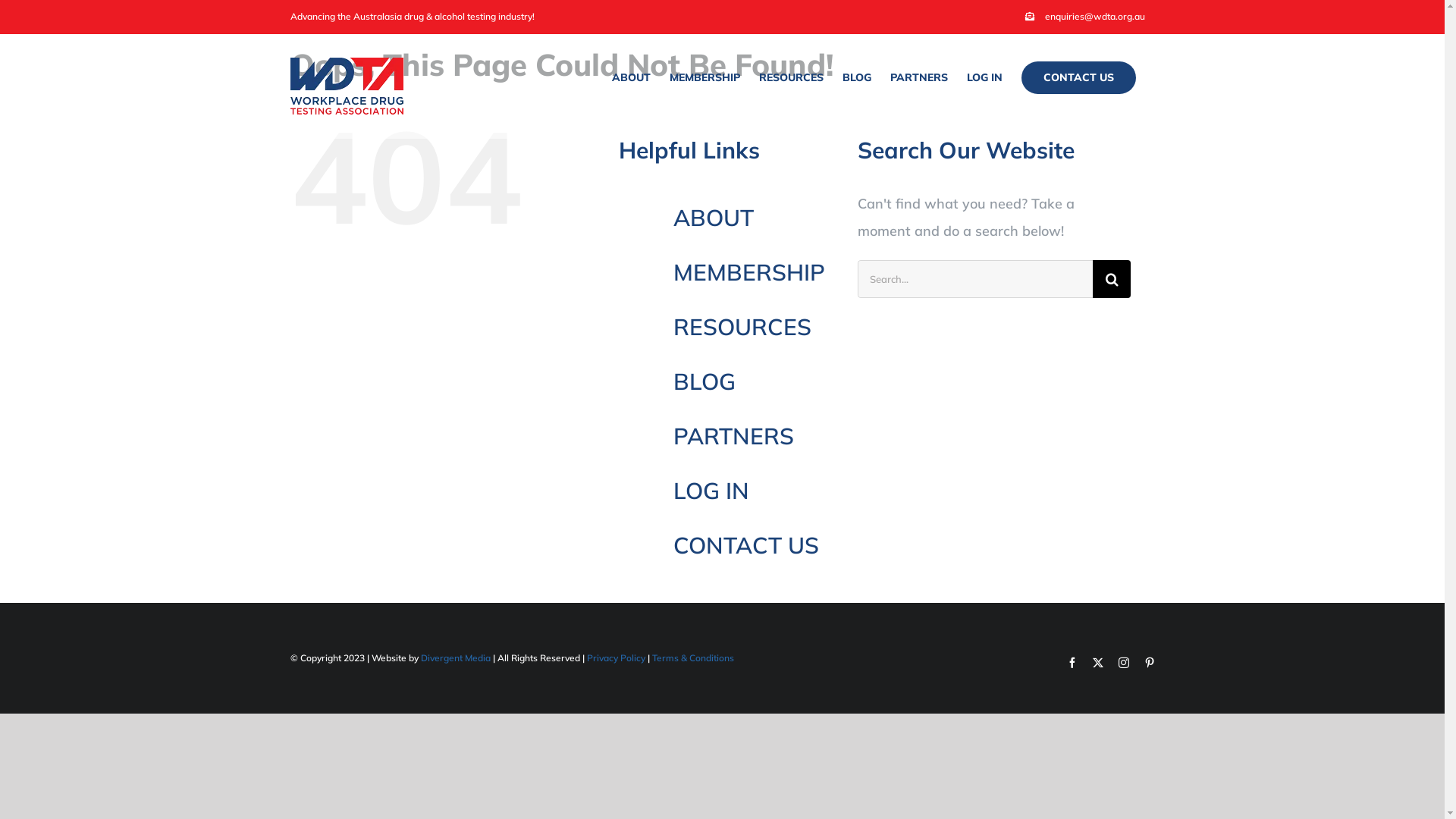  What do you see at coordinates (673, 217) in the screenshot?
I see `'ABOUT'` at bounding box center [673, 217].